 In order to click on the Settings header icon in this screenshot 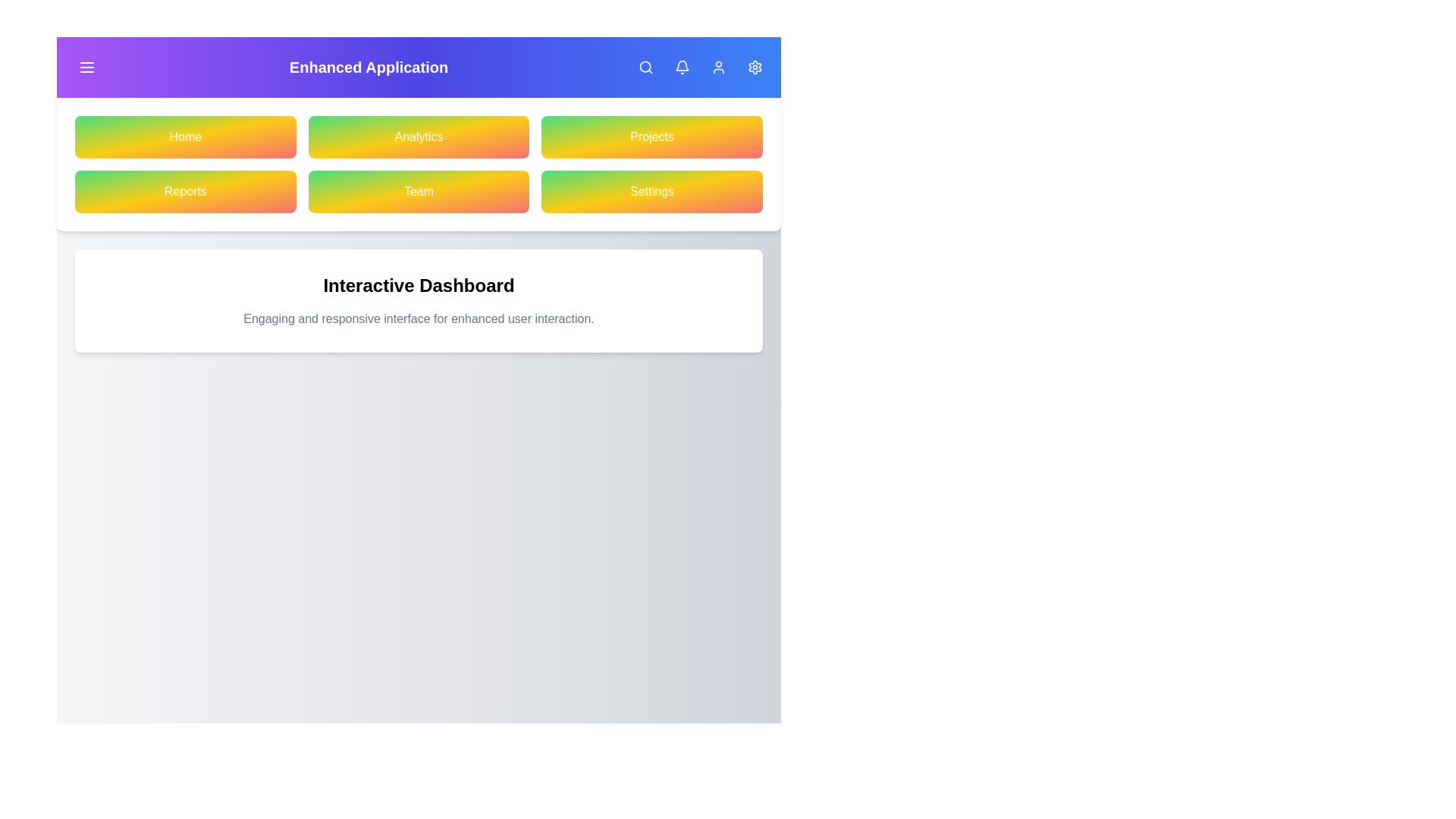, I will do `click(755, 66)`.